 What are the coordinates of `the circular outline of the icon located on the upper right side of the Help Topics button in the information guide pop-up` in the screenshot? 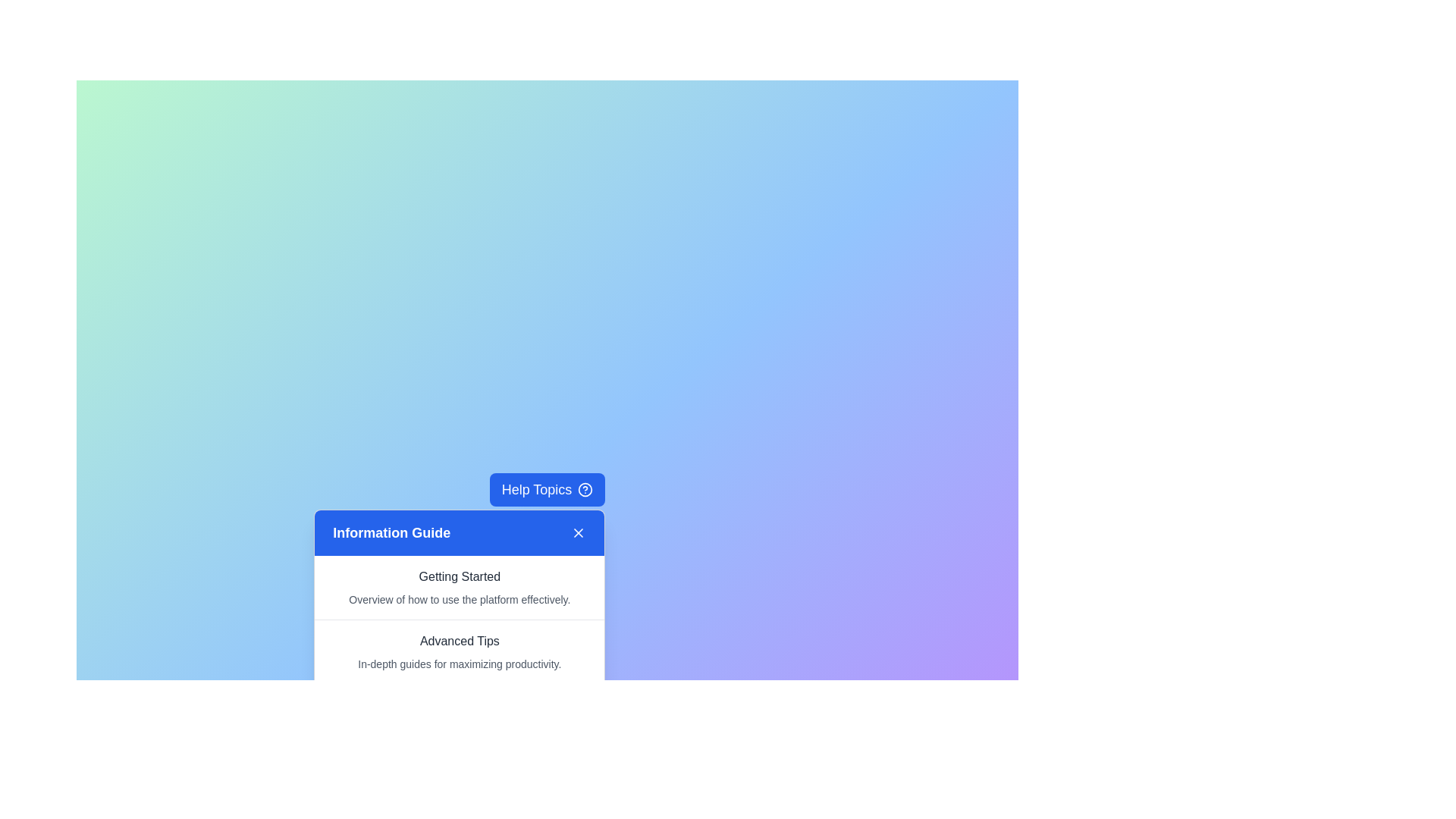 It's located at (585, 489).